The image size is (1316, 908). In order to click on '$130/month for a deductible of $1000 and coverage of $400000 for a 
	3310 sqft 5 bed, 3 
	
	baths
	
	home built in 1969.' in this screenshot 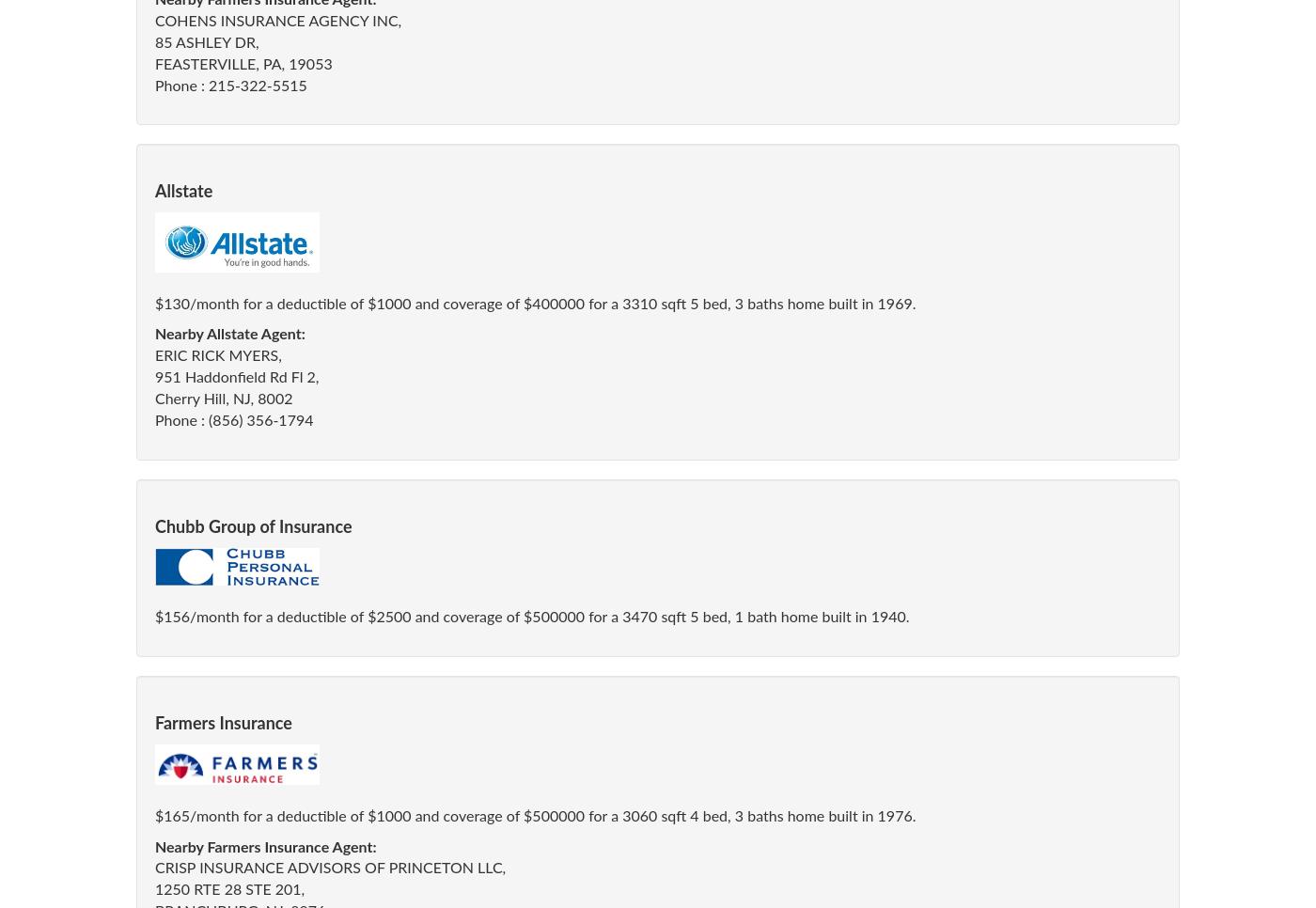, I will do `click(535, 304)`.